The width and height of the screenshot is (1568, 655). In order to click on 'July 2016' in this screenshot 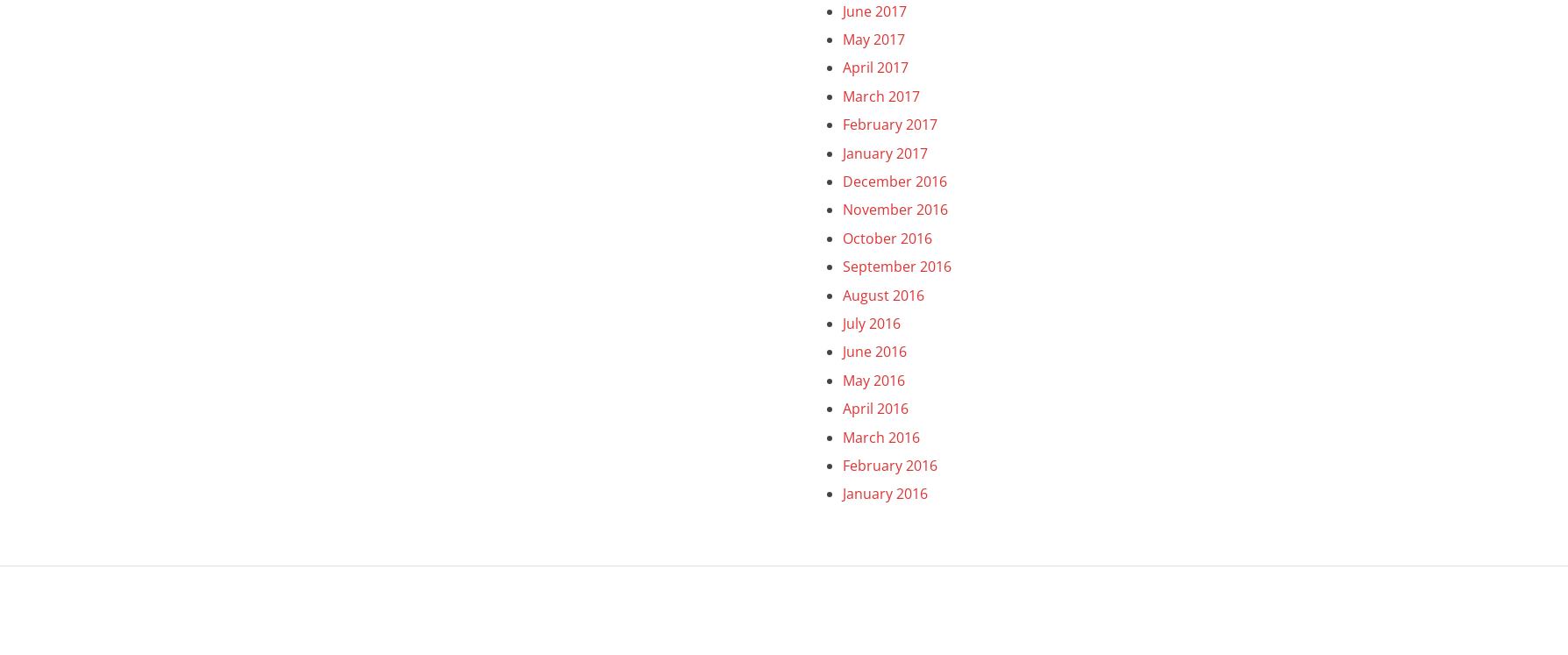, I will do `click(871, 322)`.